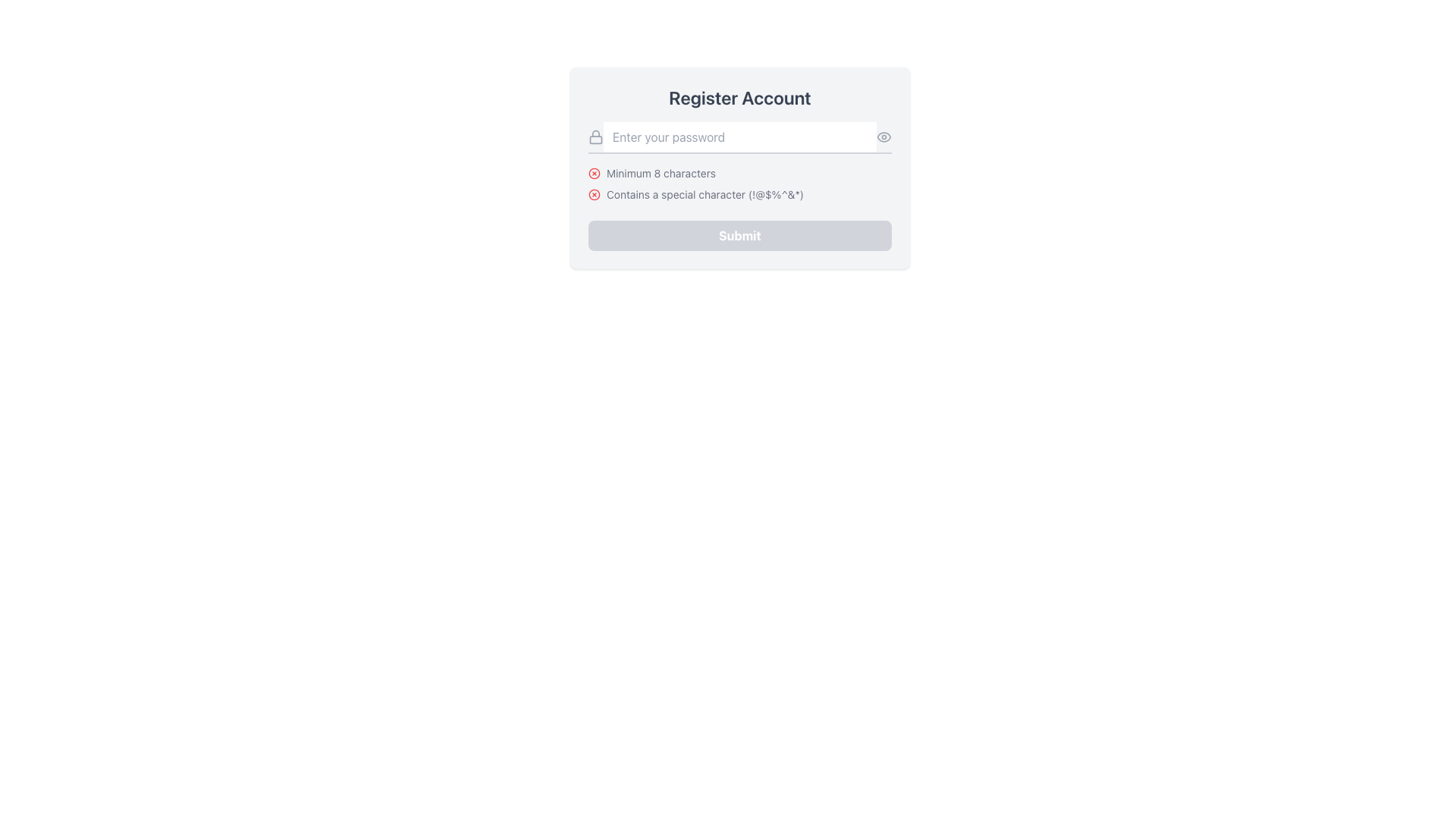 The image size is (1456, 819). What do you see at coordinates (739, 137) in the screenshot?
I see `the Password Input Field located below the title in the 'Register Account' form` at bounding box center [739, 137].